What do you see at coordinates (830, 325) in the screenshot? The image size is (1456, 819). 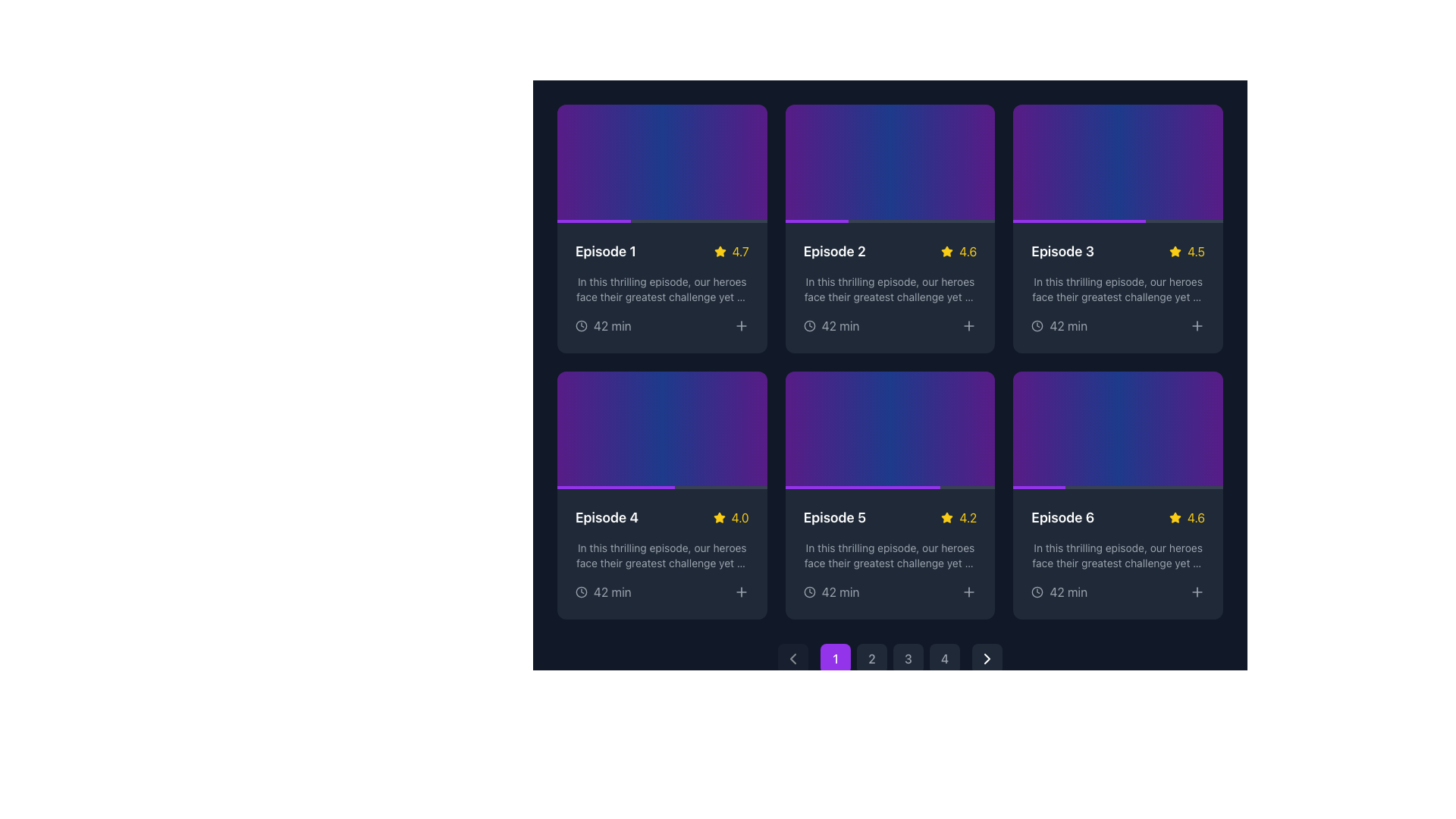 I see `the informational label with an icon and text indicating the duration of the episode displayed in the card labeled 'Episode 2', located in the bottom-left corner of the card` at bounding box center [830, 325].